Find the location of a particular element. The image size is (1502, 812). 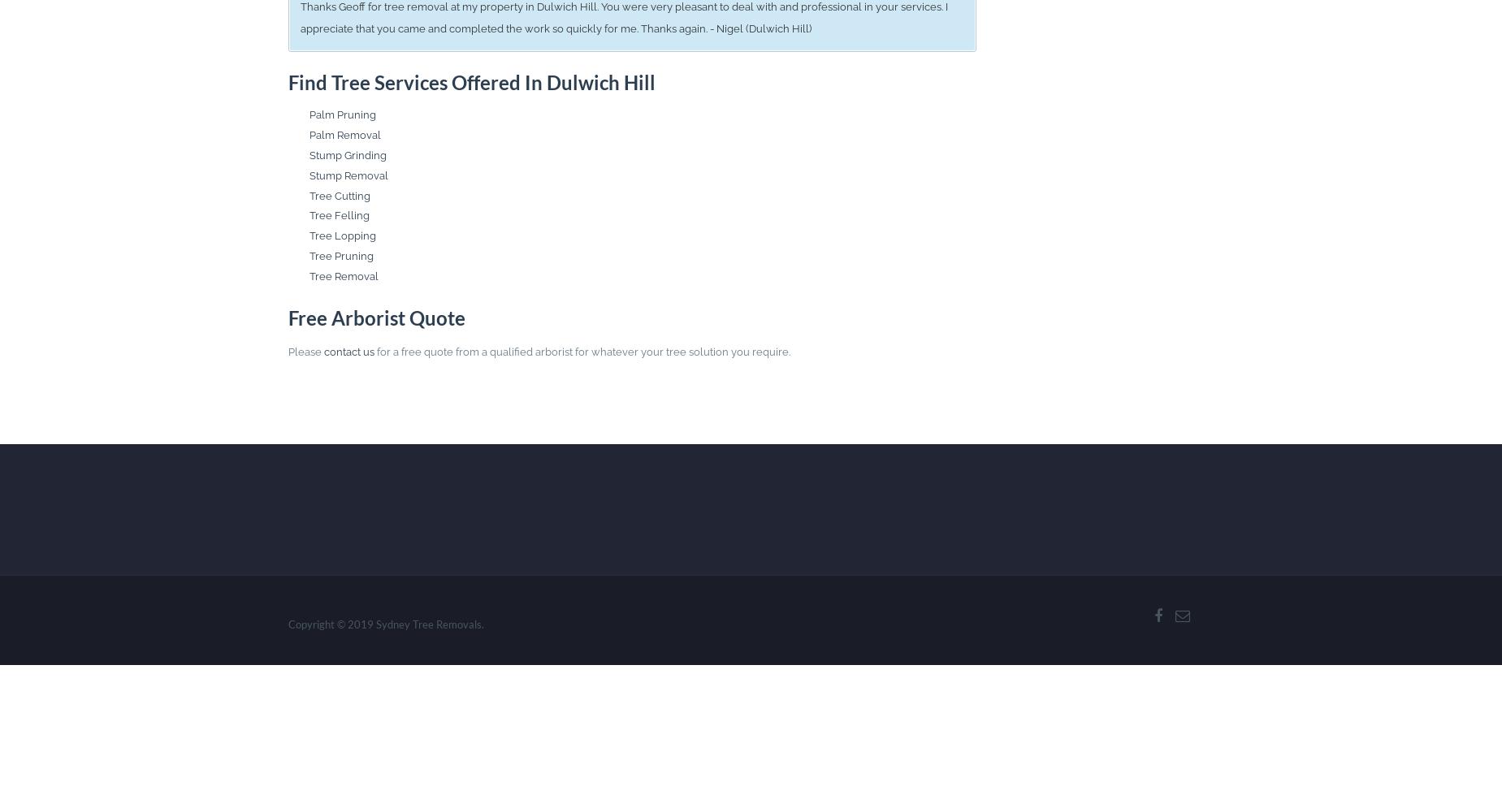

'contact us' is located at coordinates (322, 352).